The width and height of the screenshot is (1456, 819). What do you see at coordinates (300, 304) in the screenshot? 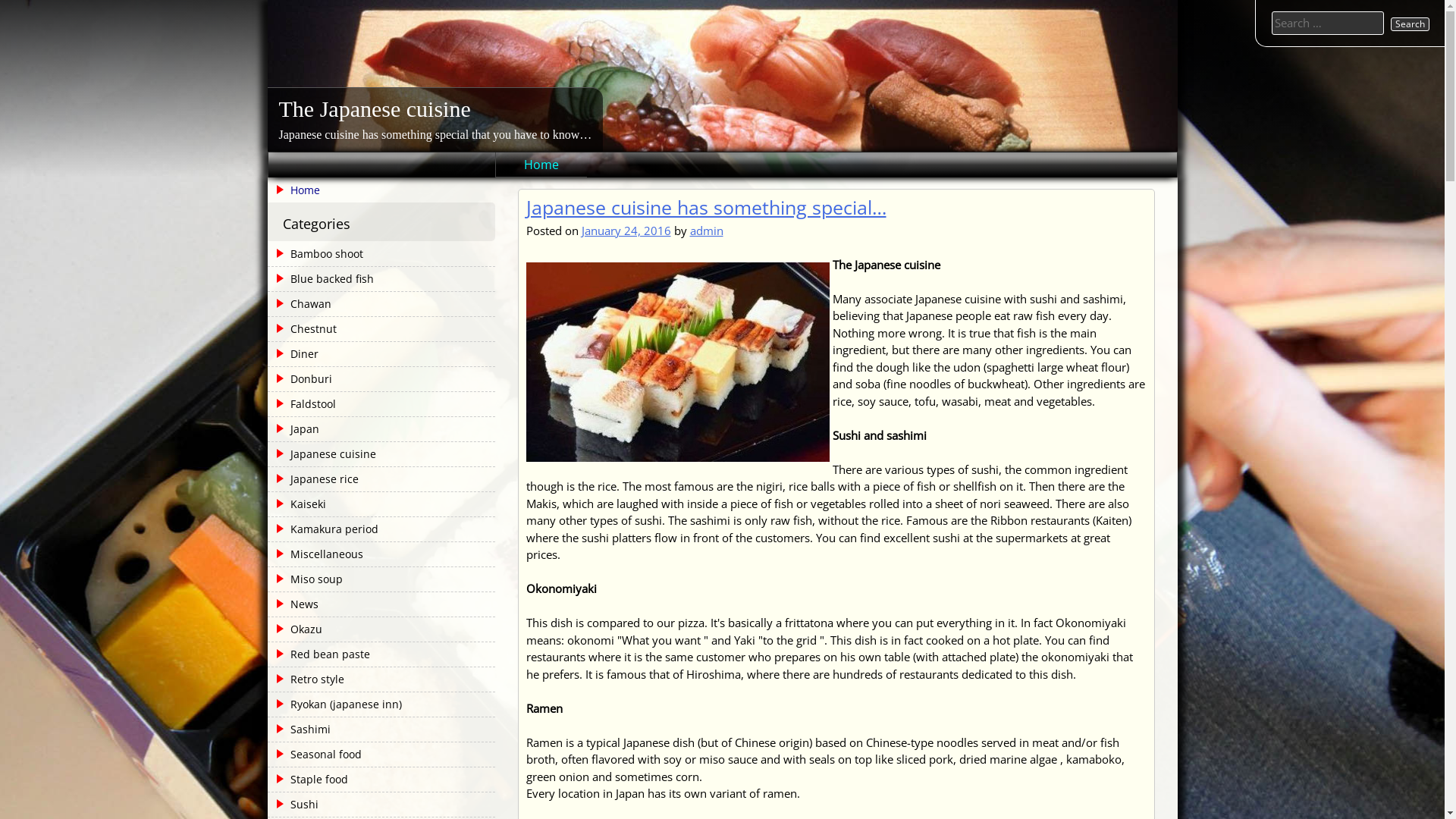
I see `'Chawan'` at bounding box center [300, 304].